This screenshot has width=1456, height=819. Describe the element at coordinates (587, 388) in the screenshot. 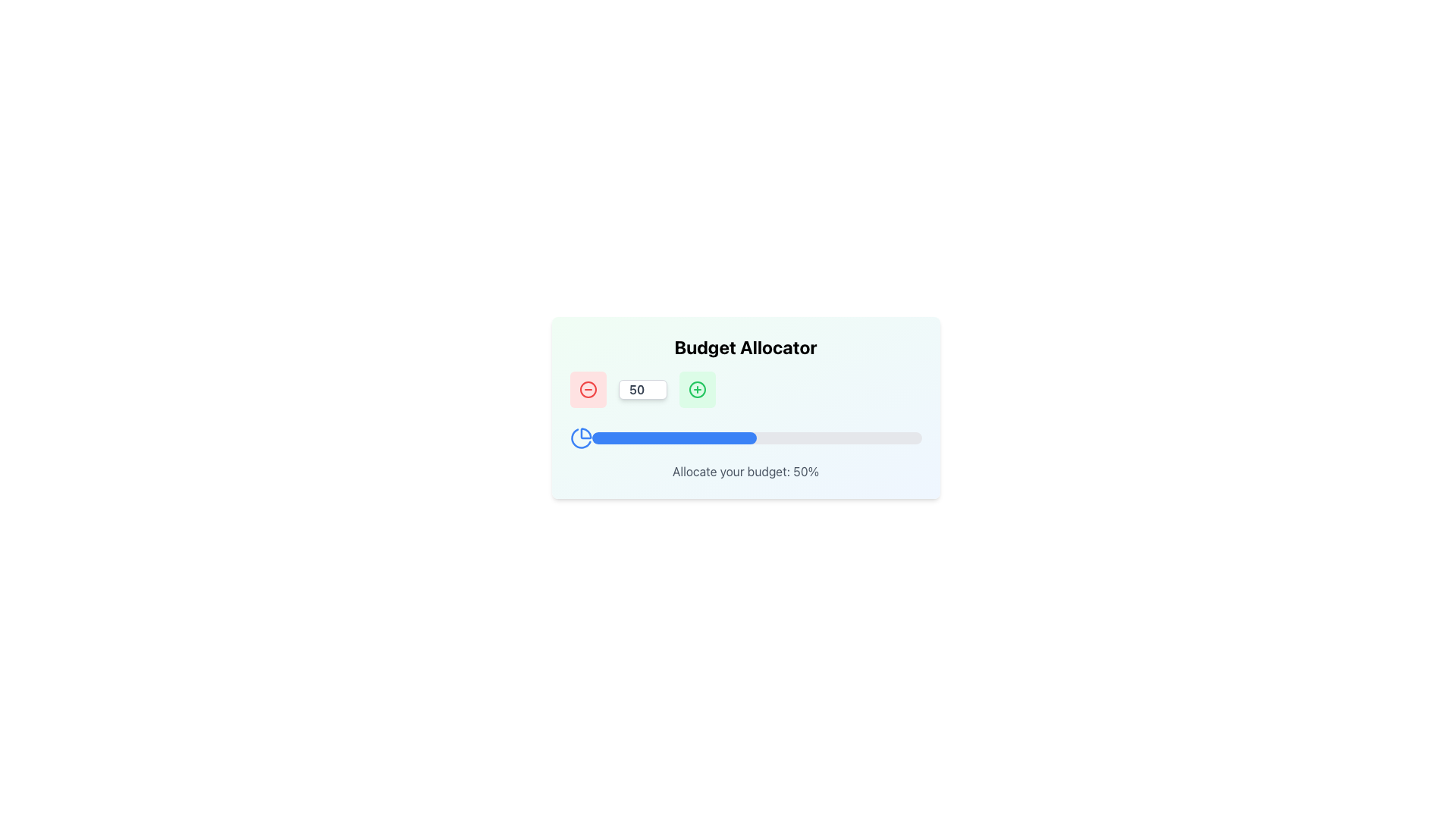

I see `the red circular button that represents the subtract action in the 'Budget Allocator' interface` at that location.